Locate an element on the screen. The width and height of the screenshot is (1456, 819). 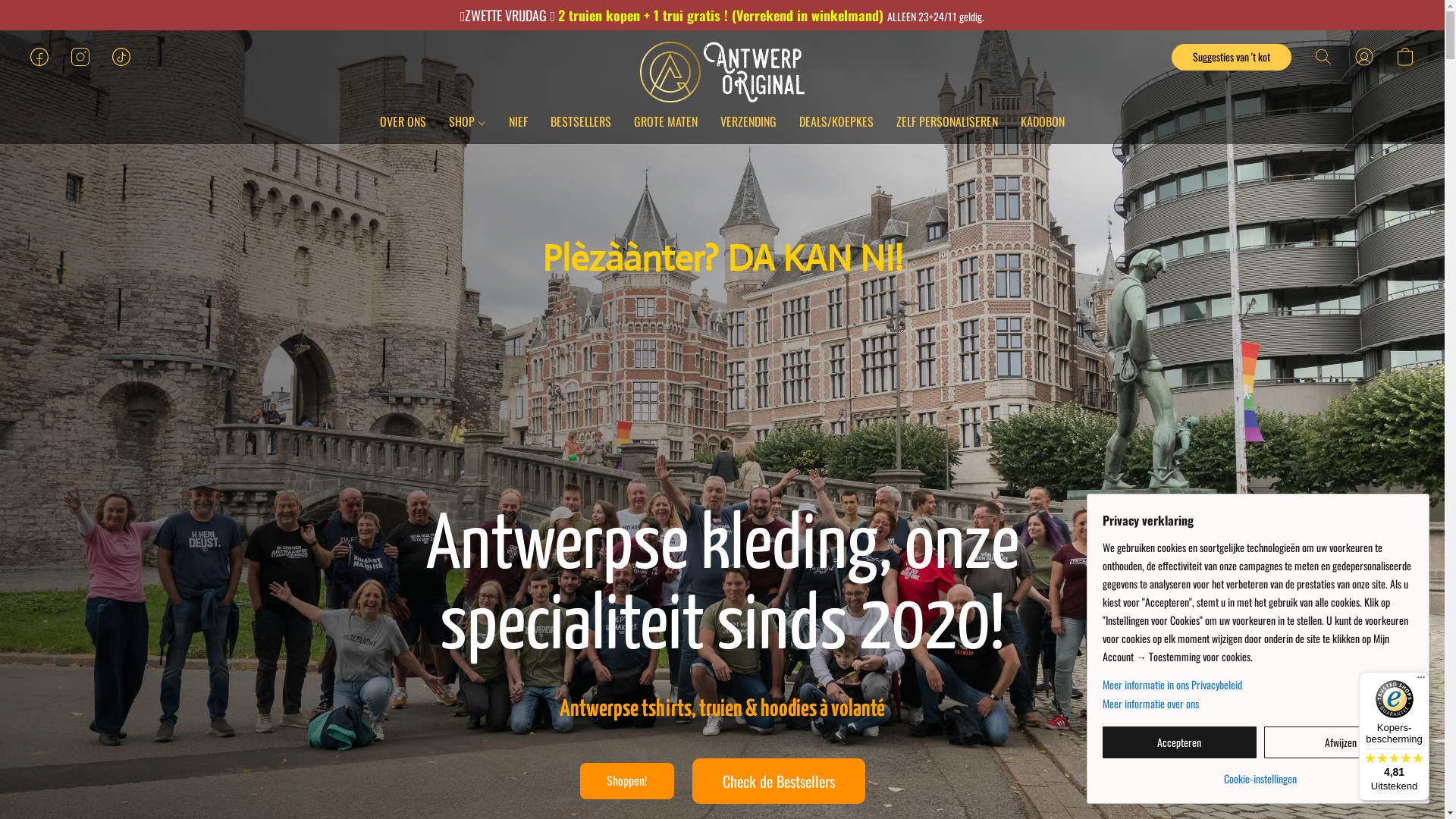
'VERZENDING' is located at coordinates (708, 120).